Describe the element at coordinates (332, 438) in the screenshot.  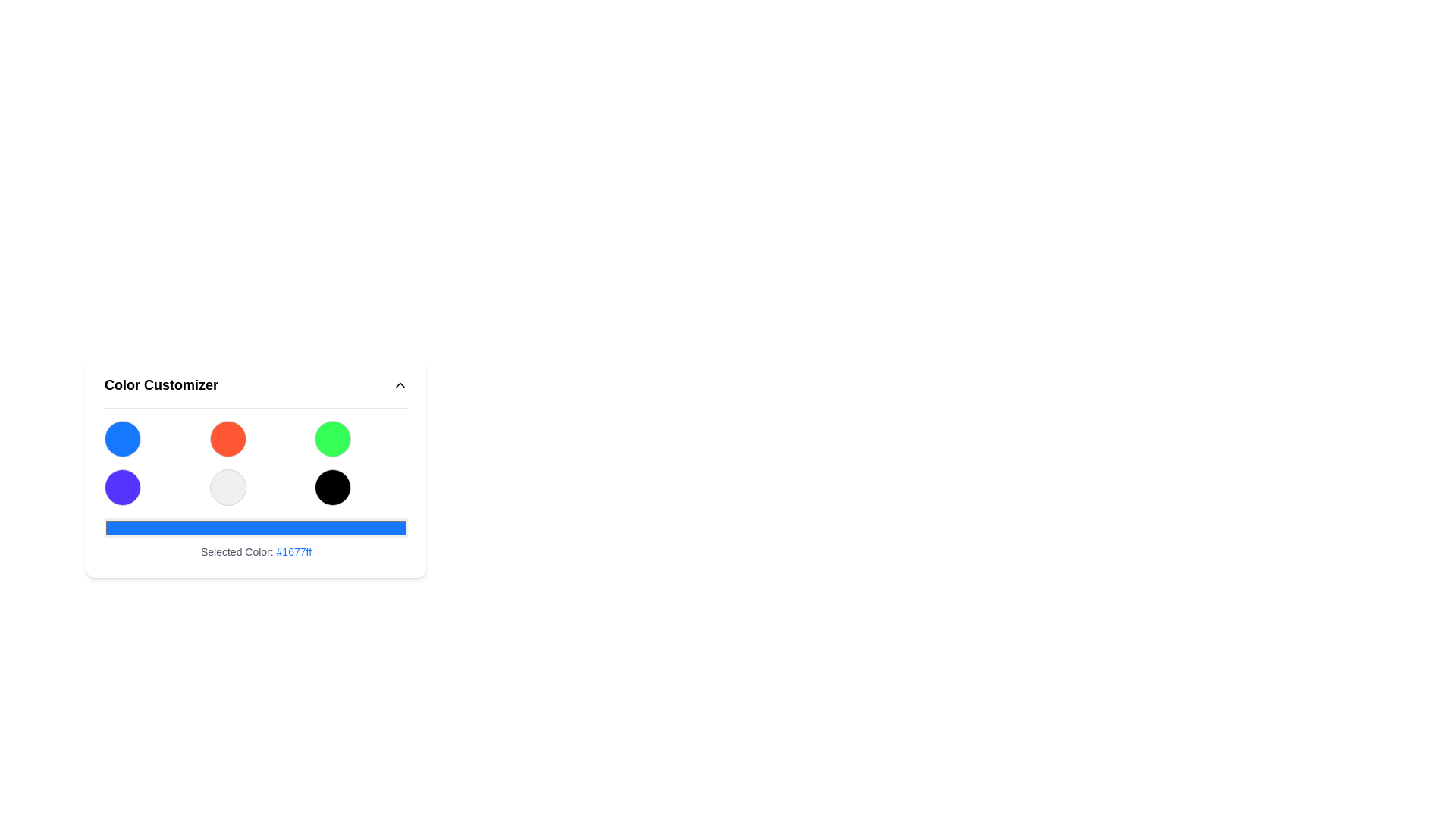
I see `the vibrant green circular button with a clear border located in the top-right section of the grid layout` at that location.